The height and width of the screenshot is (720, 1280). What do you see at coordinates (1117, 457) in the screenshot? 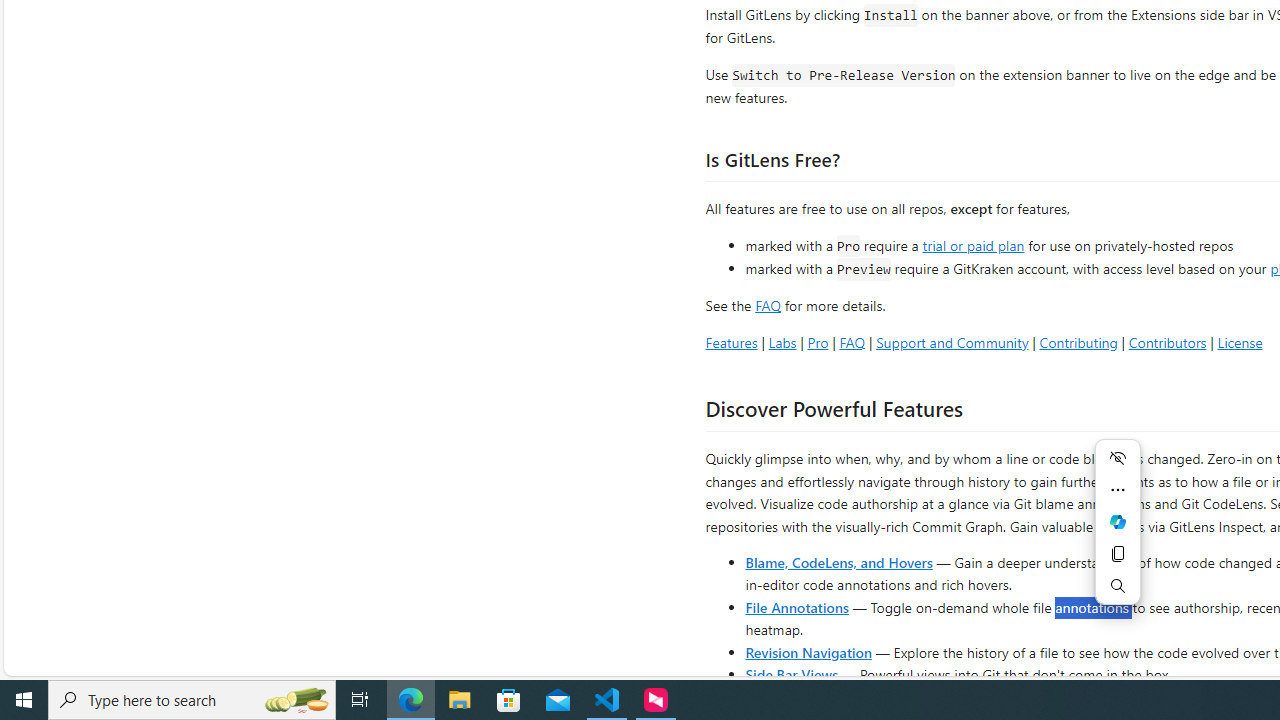
I see `'Hide menu'` at bounding box center [1117, 457].